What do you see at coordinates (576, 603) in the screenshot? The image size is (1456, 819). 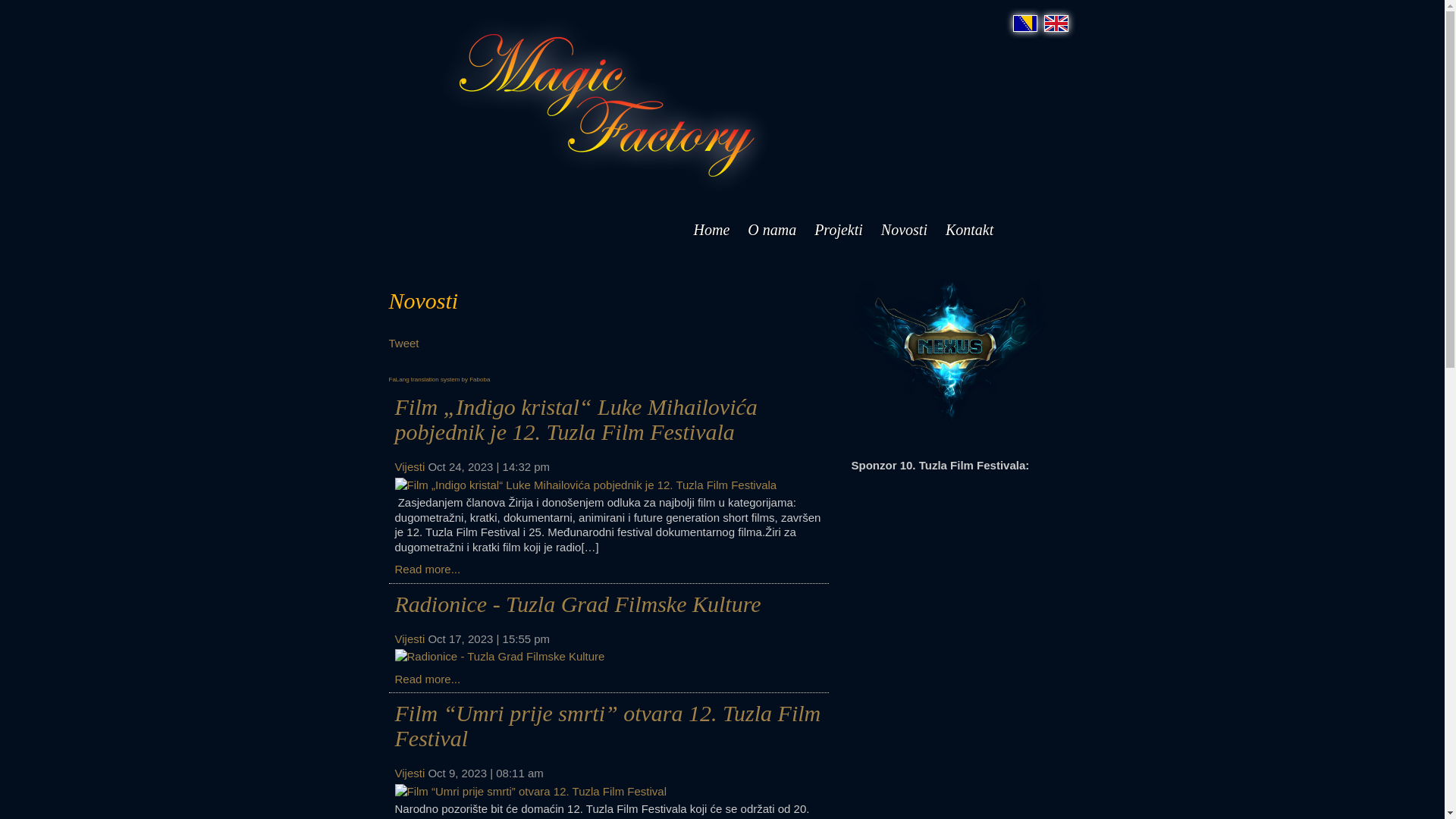 I see `'Radionice - Tuzla Grad Filmske Kulture'` at bounding box center [576, 603].